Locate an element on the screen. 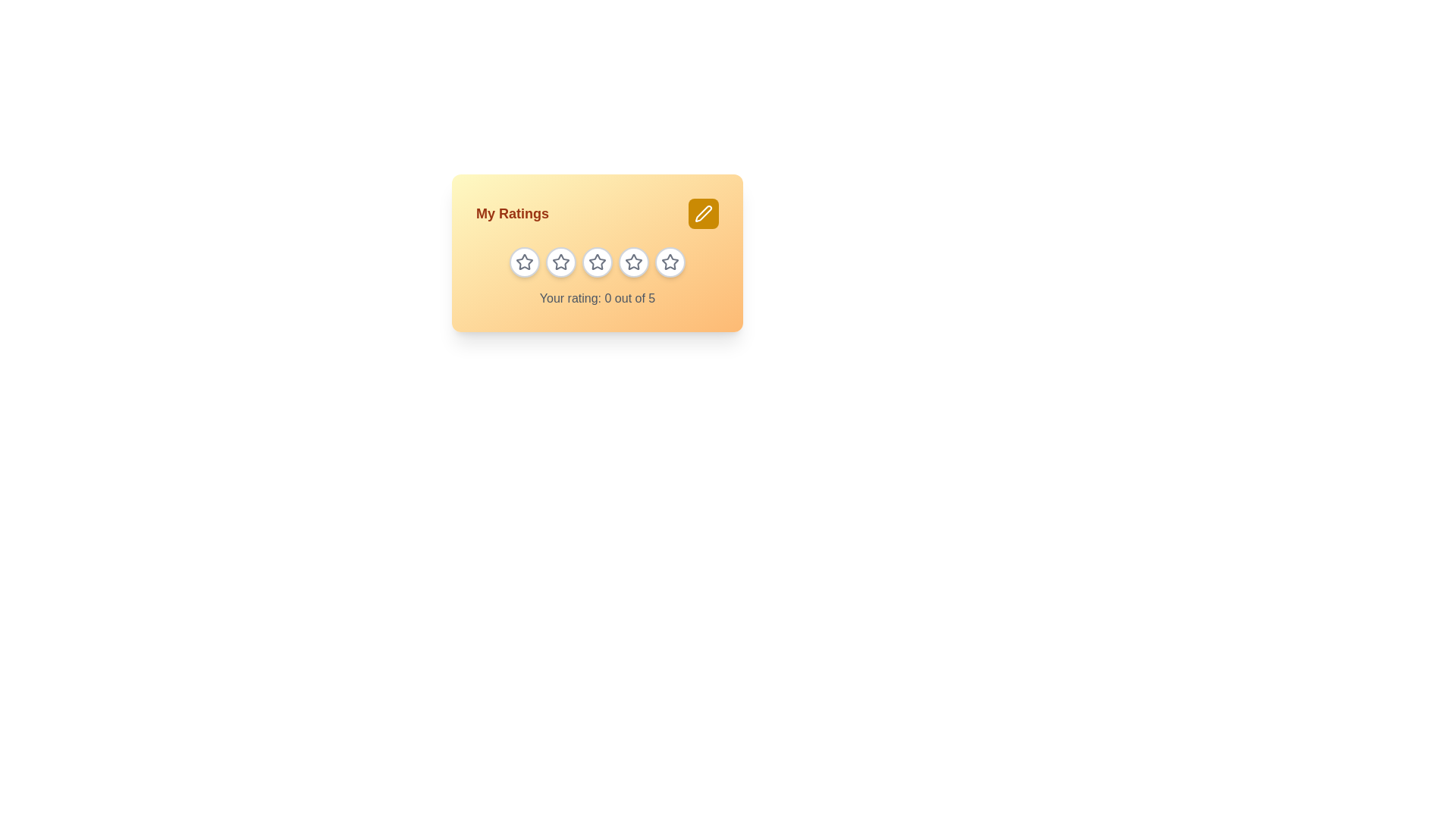 The width and height of the screenshot is (1456, 819). the third star-shaped icon in the rating system is located at coordinates (633, 261).